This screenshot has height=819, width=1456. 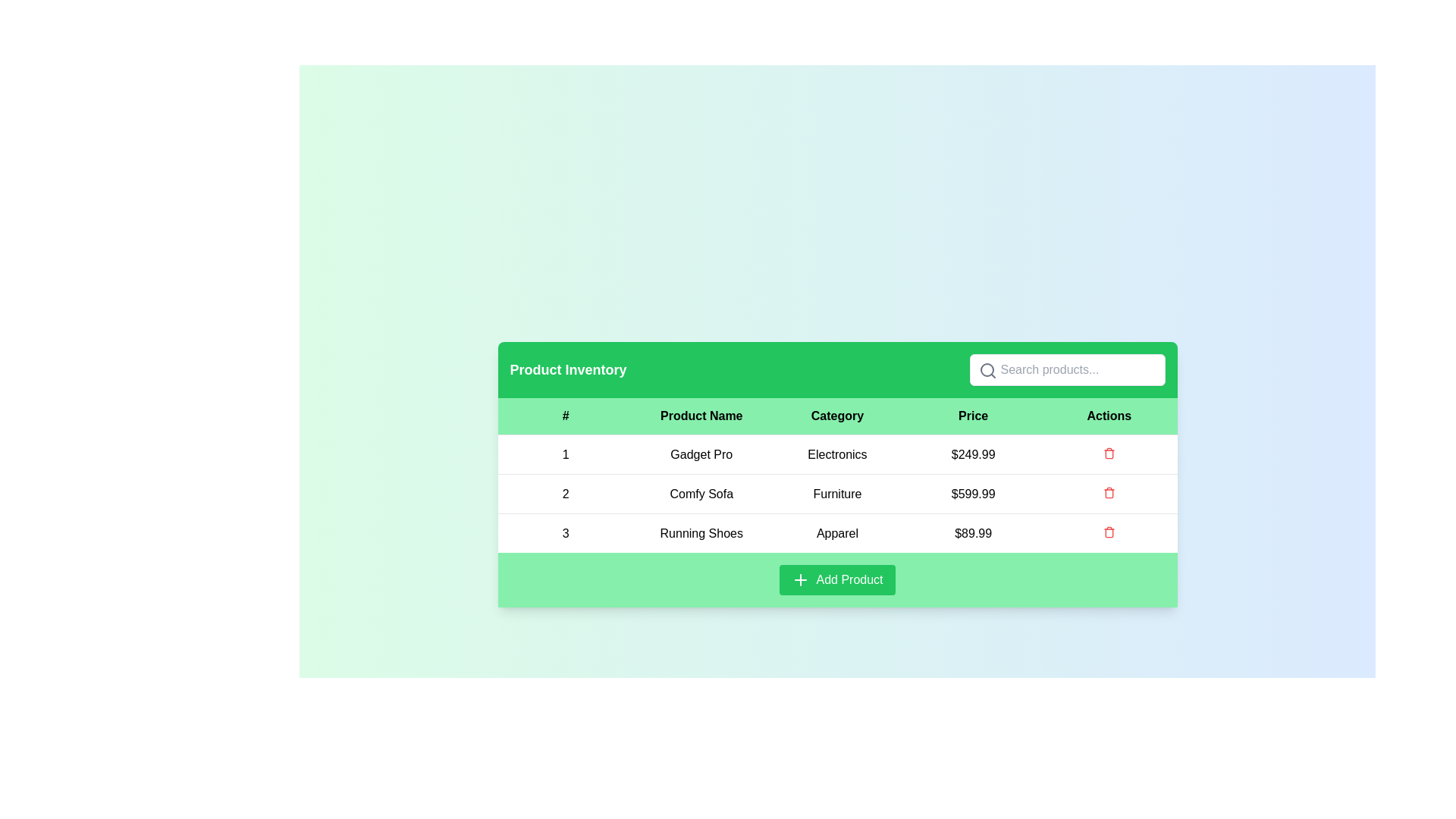 What do you see at coordinates (565, 453) in the screenshot?
I see `the first product entry identifier in the inventory table, located in the '# (Number)' column at the top-left side of the table` at bounding box center [565, 453].